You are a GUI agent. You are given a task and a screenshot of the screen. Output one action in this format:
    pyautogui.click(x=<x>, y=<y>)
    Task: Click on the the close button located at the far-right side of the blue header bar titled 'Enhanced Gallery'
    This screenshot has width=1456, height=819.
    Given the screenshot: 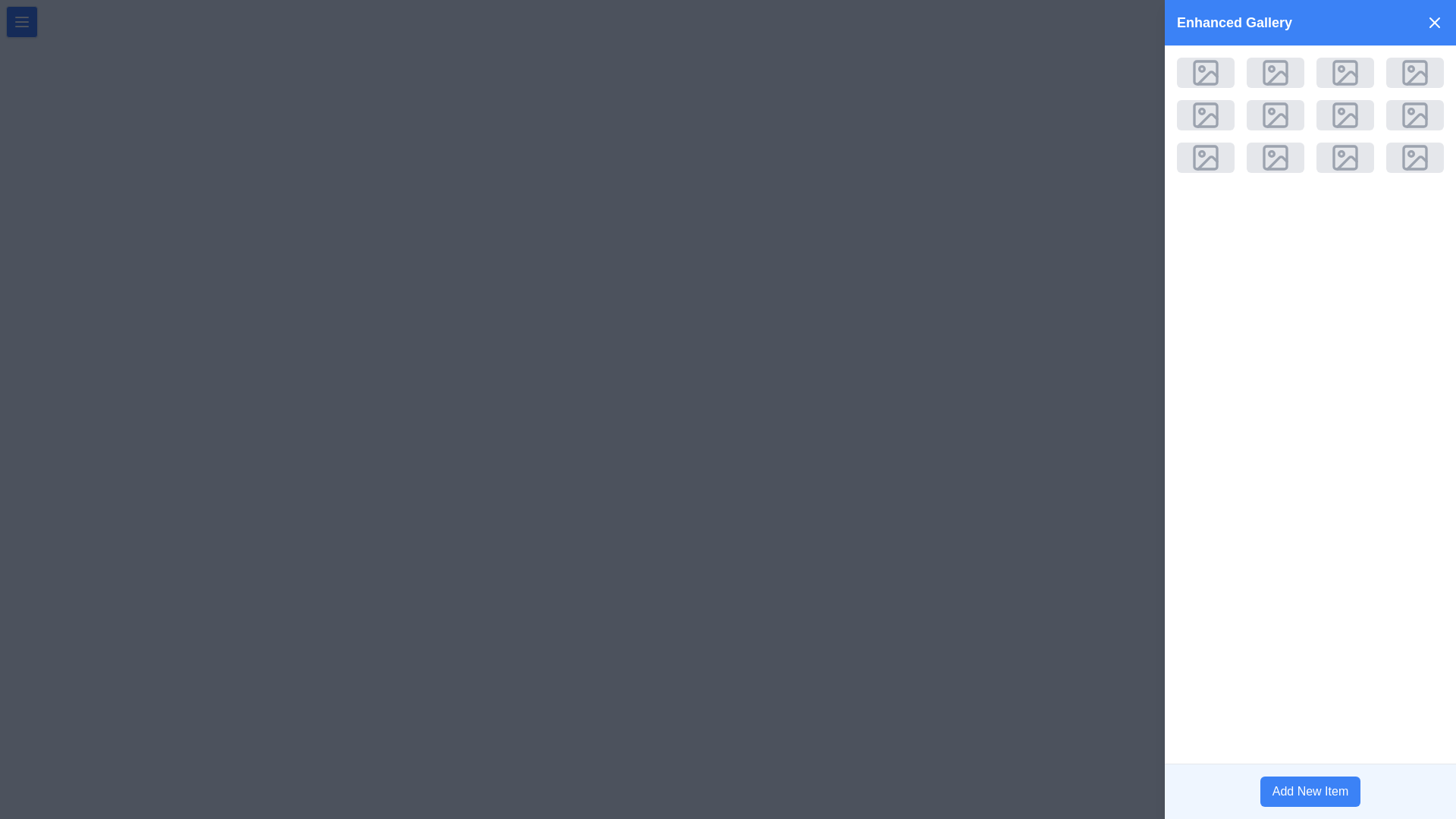 What is the action you would take?
    pyautogui.click(x=1433, y=23)
    